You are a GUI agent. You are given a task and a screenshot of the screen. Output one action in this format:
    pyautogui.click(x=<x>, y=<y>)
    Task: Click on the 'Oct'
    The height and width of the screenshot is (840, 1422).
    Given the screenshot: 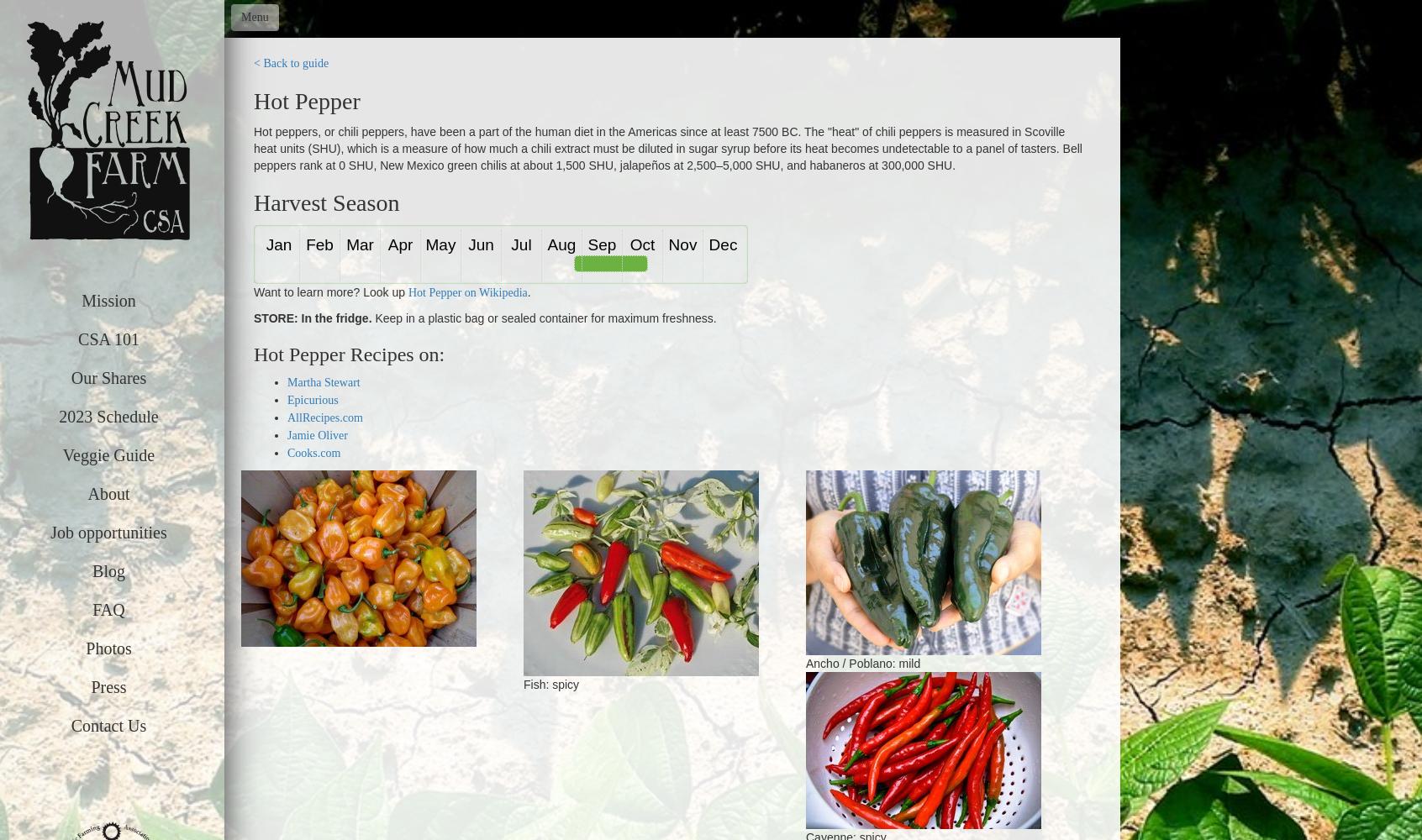 What is the action you would take?
    pyautogui.click(x=640, y=244)
    